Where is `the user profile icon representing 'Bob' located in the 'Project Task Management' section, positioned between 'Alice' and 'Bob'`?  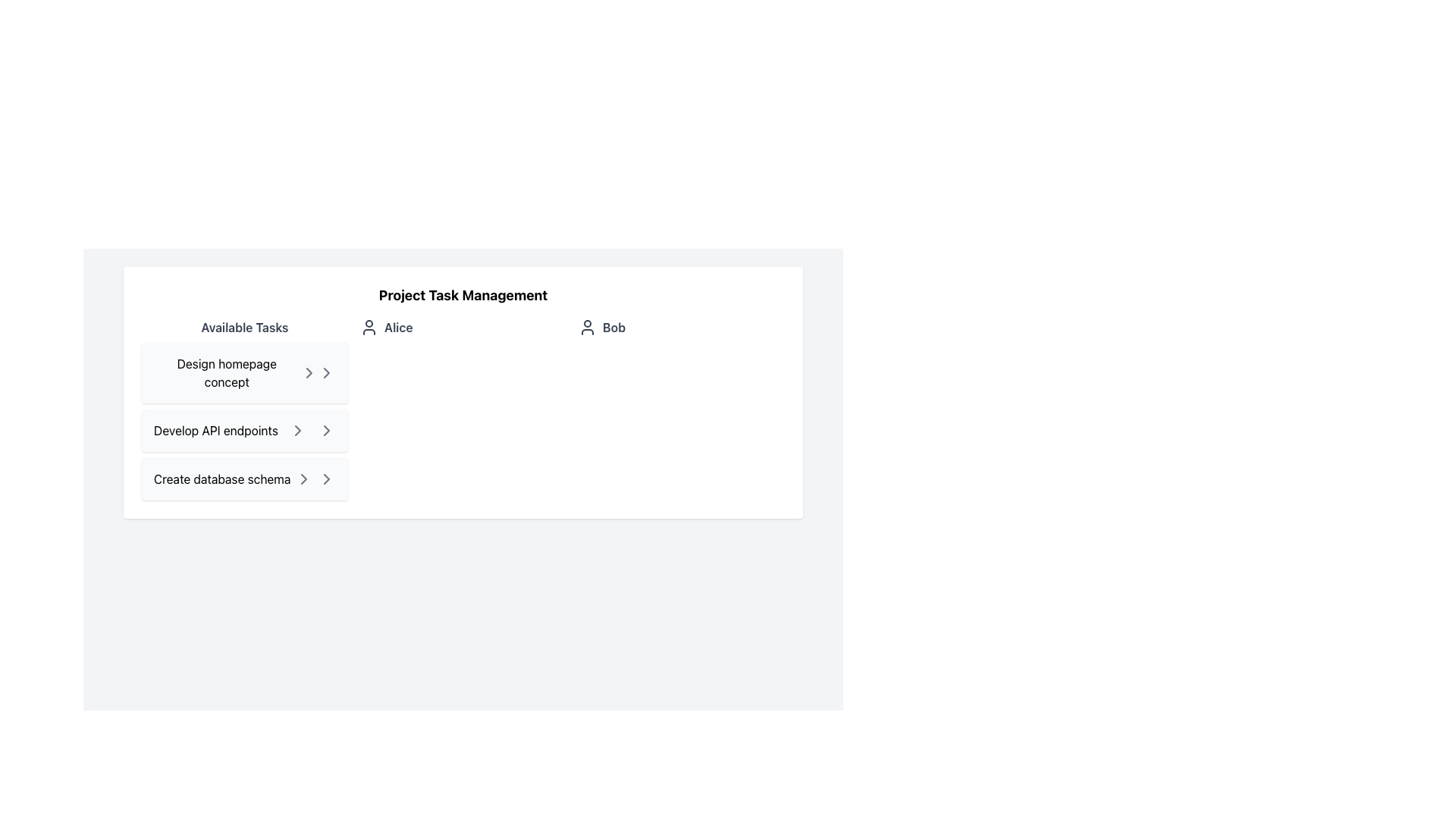 the user profile icon representing 'Bob' located in the 'Project Task Management' section, positioned between 'Alice' and 'Bob' is located at coordinates (586, 327).